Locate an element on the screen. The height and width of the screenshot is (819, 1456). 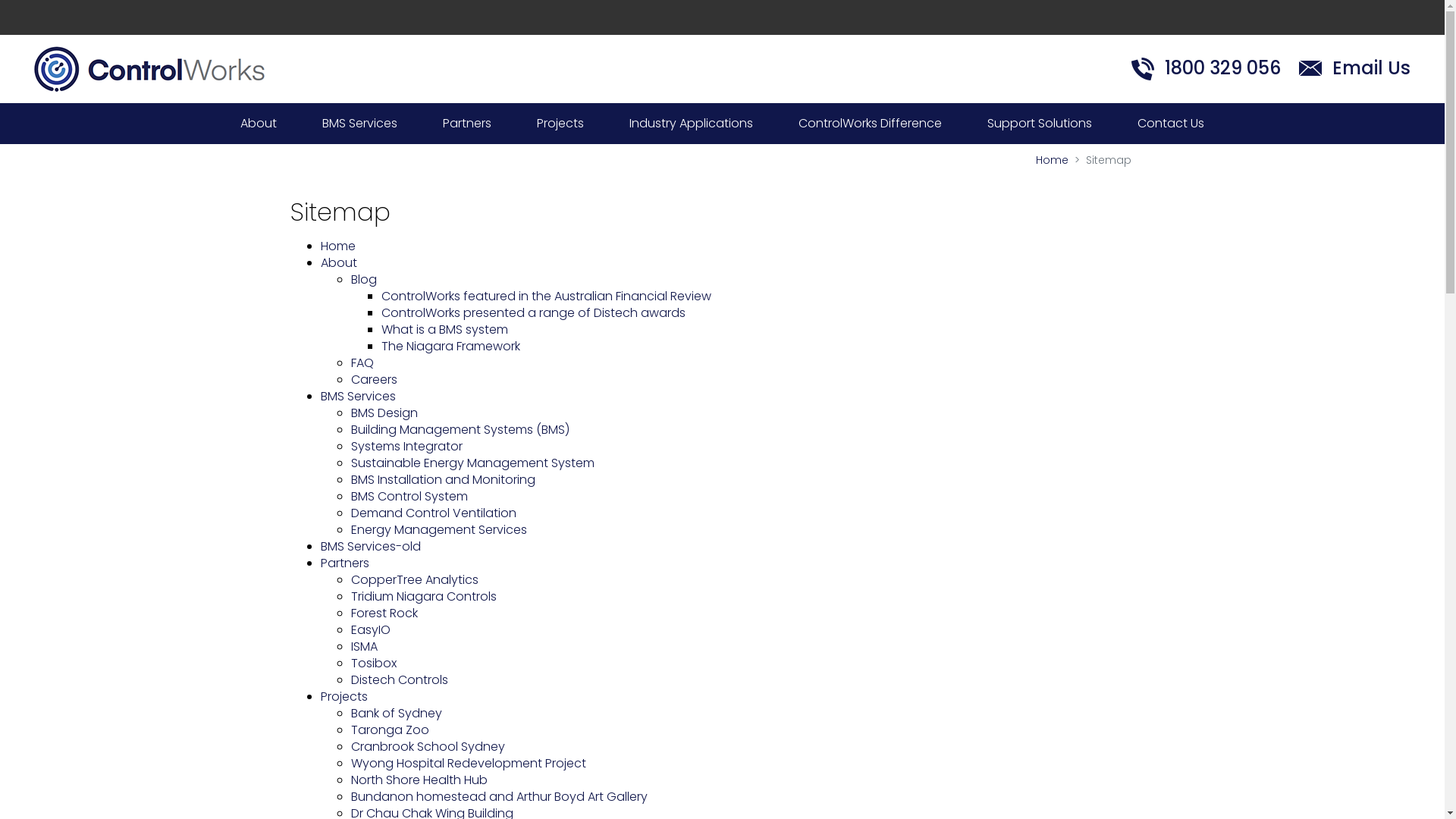
'Industry Applications' is located at coordinates (607, 122).